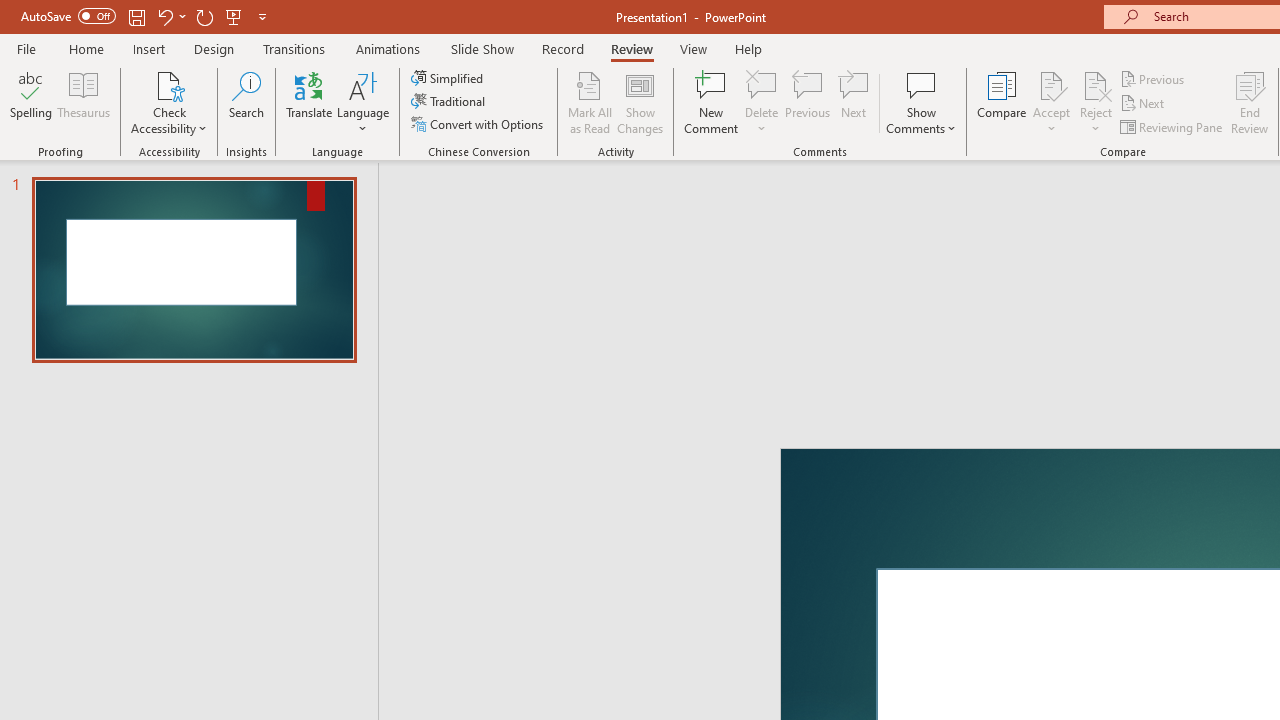 This screenshot has width=1280, height=720. What do you see at coordinates (1095, 103) in the screenshot?
I see `'Reject'` at bounding box center [1095, 103].